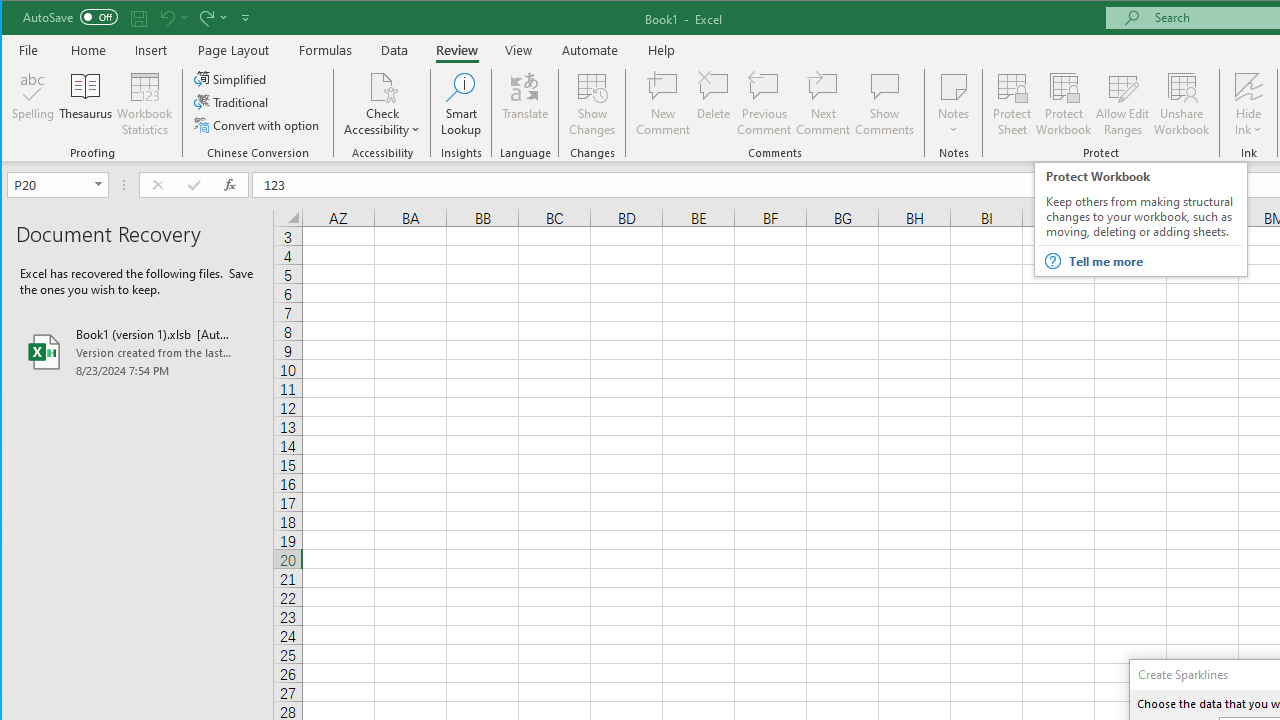  I want to click on 'Hide Ink', so click(1247, 85).